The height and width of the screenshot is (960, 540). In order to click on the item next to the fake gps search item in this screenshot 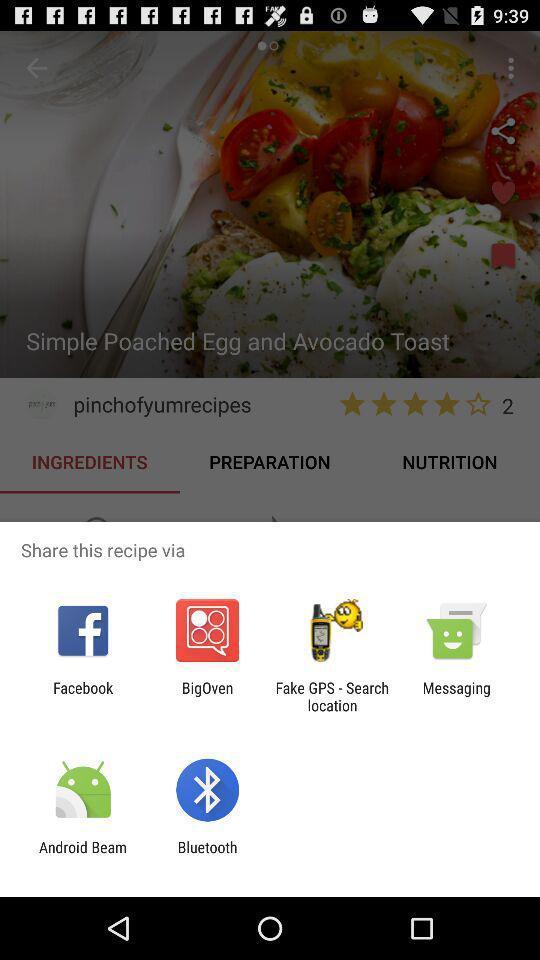, I will do `click(456, 696)`.